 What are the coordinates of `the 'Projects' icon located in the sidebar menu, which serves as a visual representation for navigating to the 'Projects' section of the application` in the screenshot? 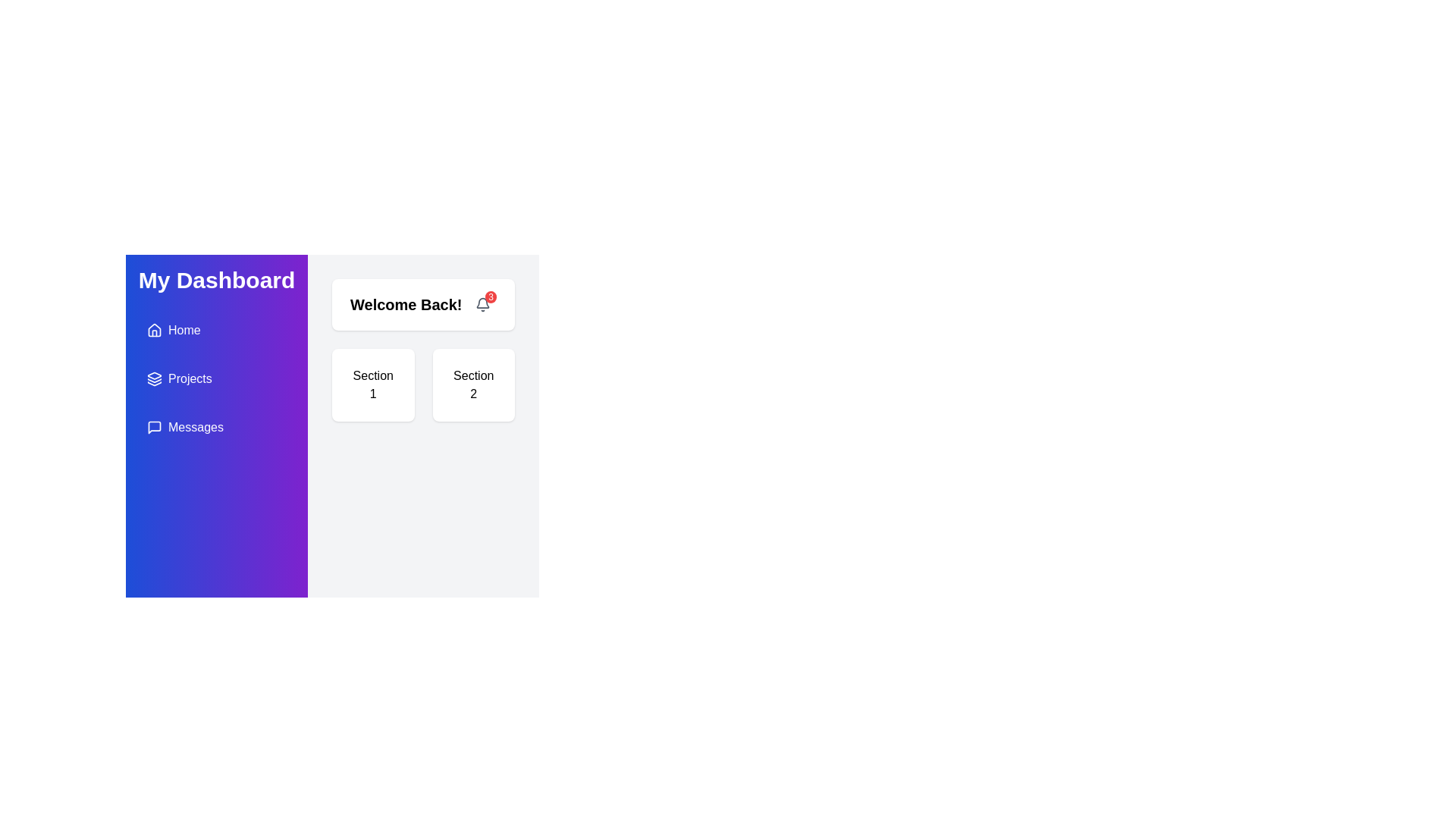 It's located at (154, 378).